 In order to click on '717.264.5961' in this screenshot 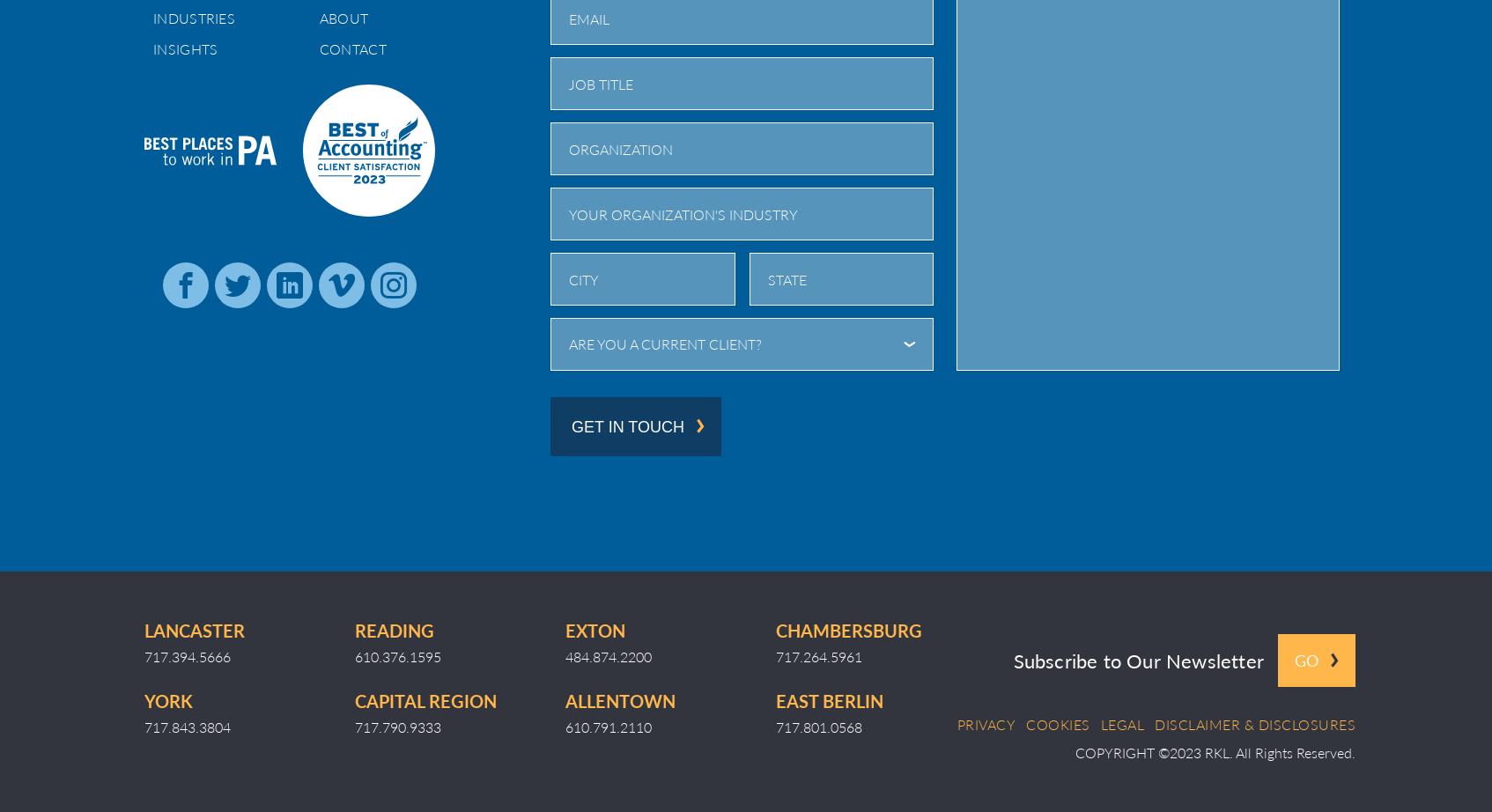, I will do `click(775, 654)`.